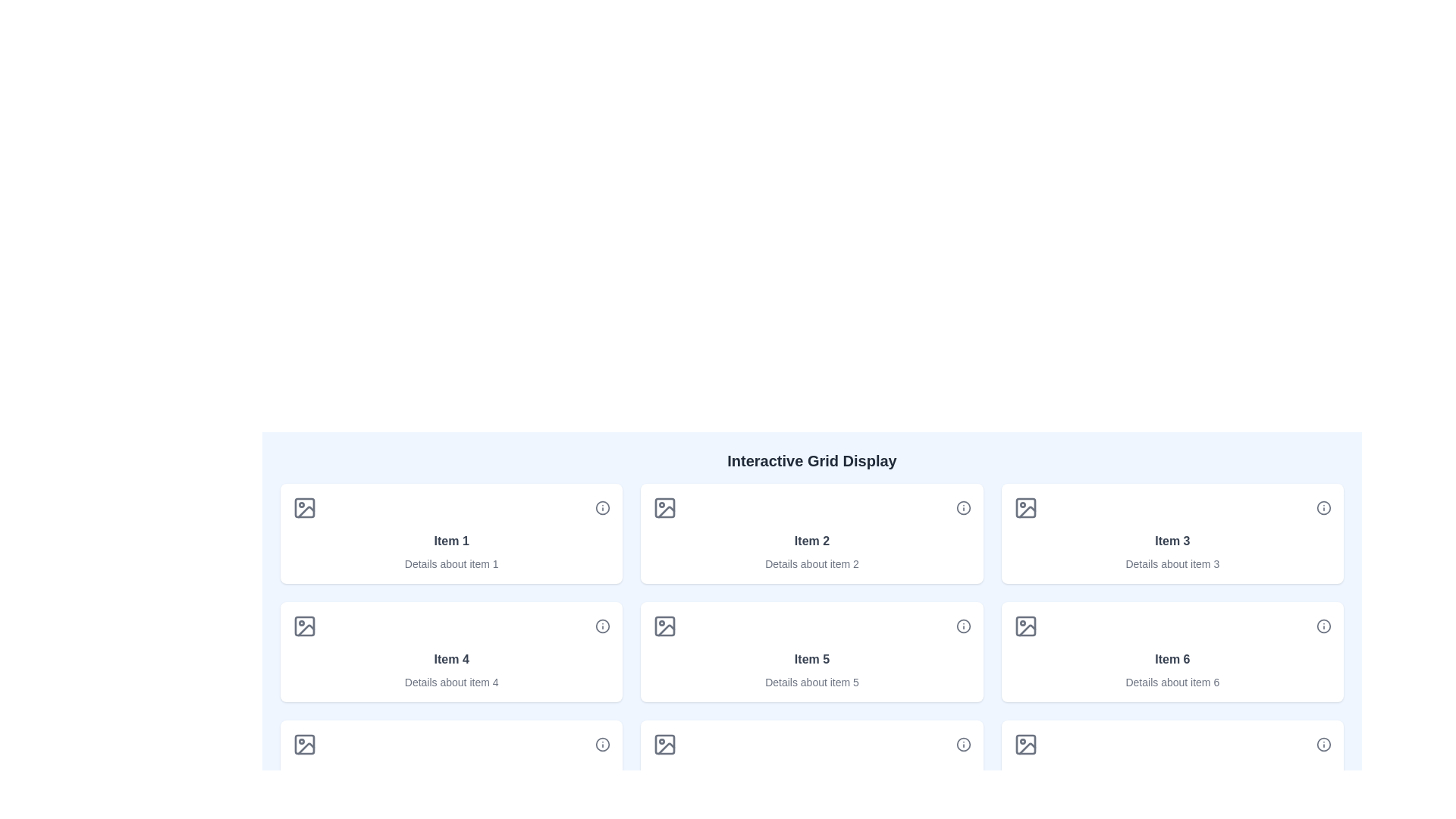 The height and width of the screenshot is (819, 1456). Describe the element at coordinates (1027, 512) in the screenshot. I see `the third visual feature of the SVG icon, which resembles a slanted line and is styled in gray, located inside the 'Item 3' card in the top-right corner of the grid layout` at that location.